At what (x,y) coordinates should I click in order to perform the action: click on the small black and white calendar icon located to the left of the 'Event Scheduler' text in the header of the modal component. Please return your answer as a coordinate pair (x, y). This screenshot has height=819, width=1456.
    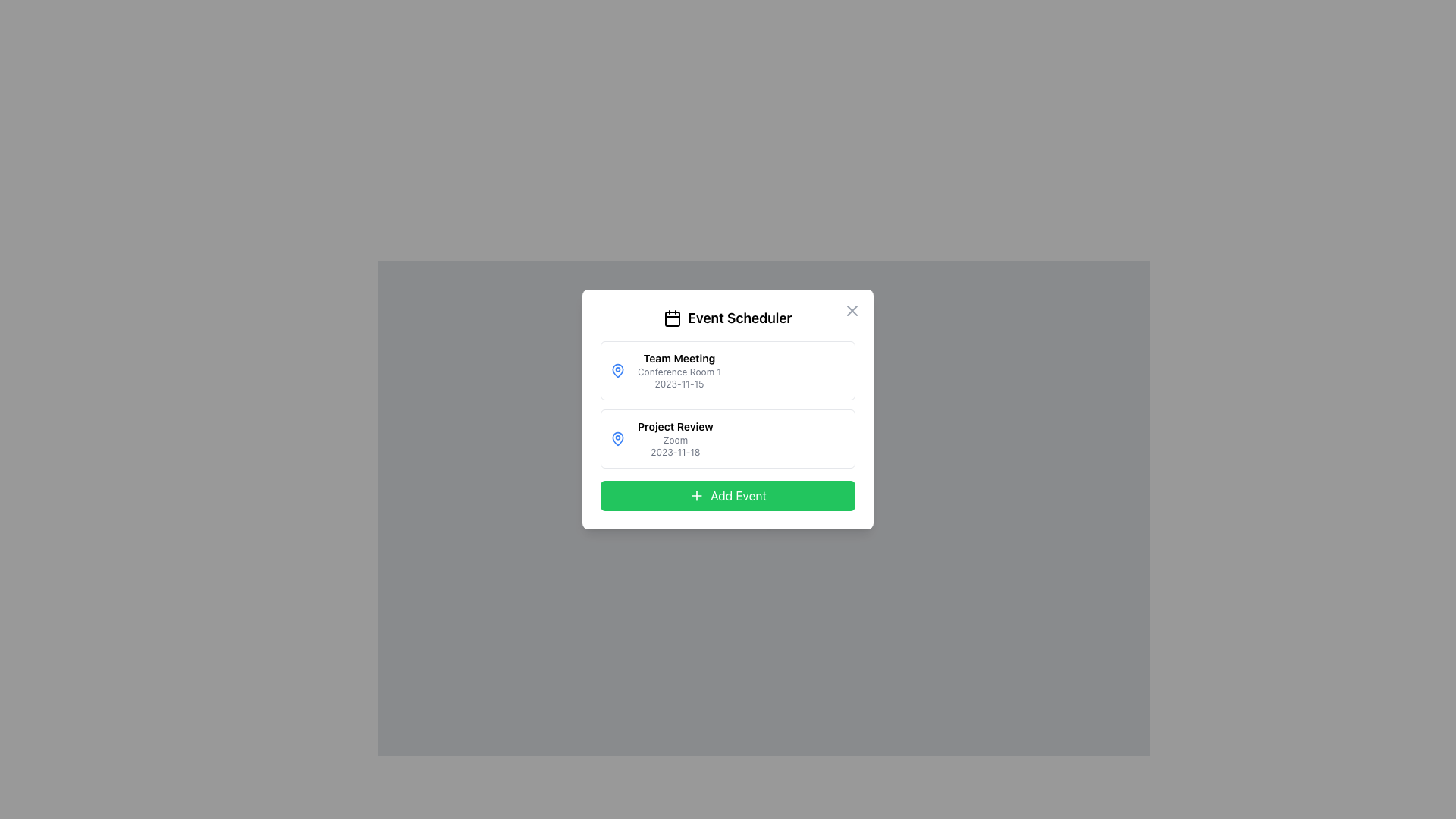
    Looking at the image, I should click on (672, 318).